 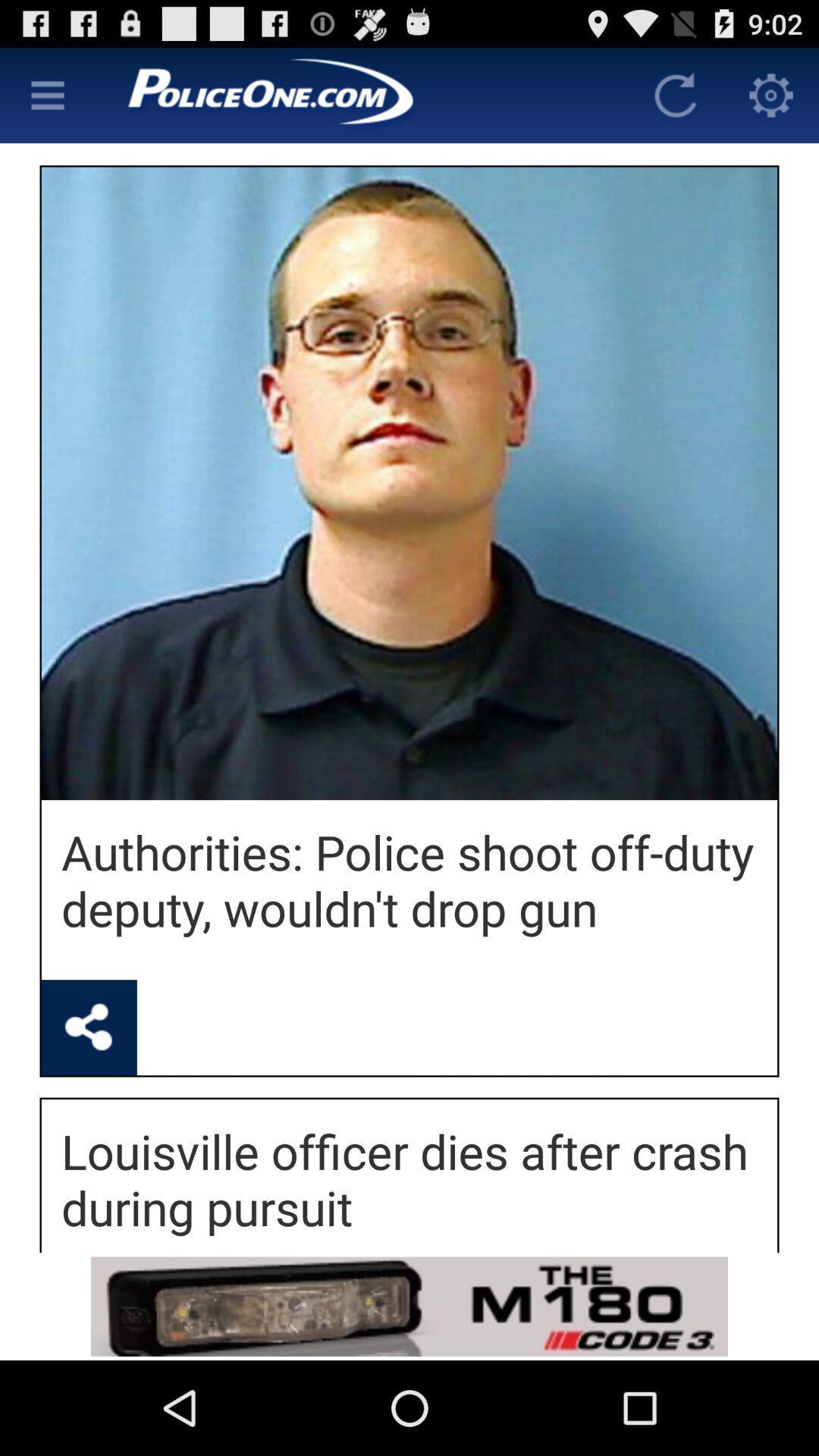 I want to click on settings, so click(x=771, y=94).